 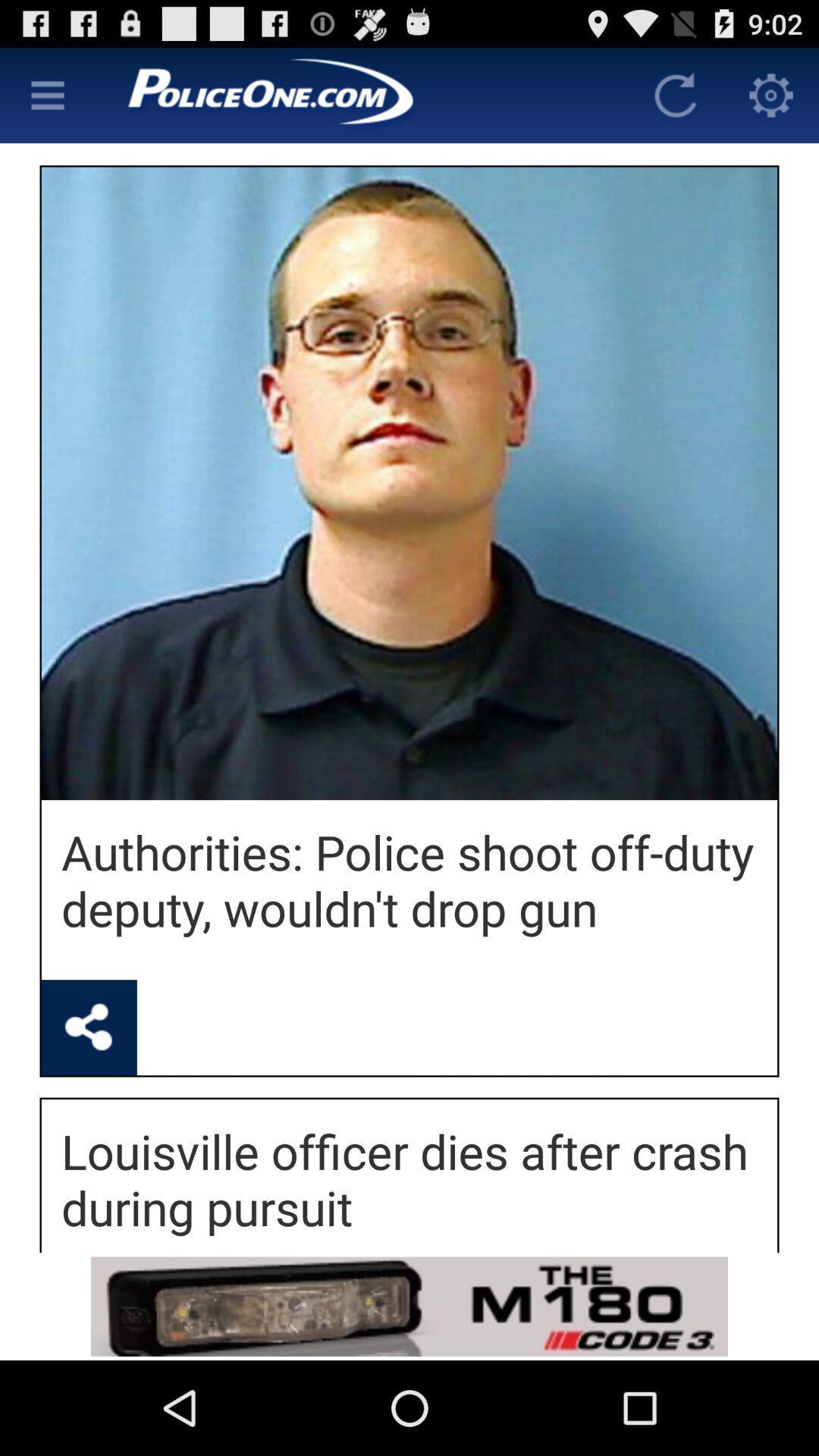 I want to click on settings, so click(x=771, y=94).